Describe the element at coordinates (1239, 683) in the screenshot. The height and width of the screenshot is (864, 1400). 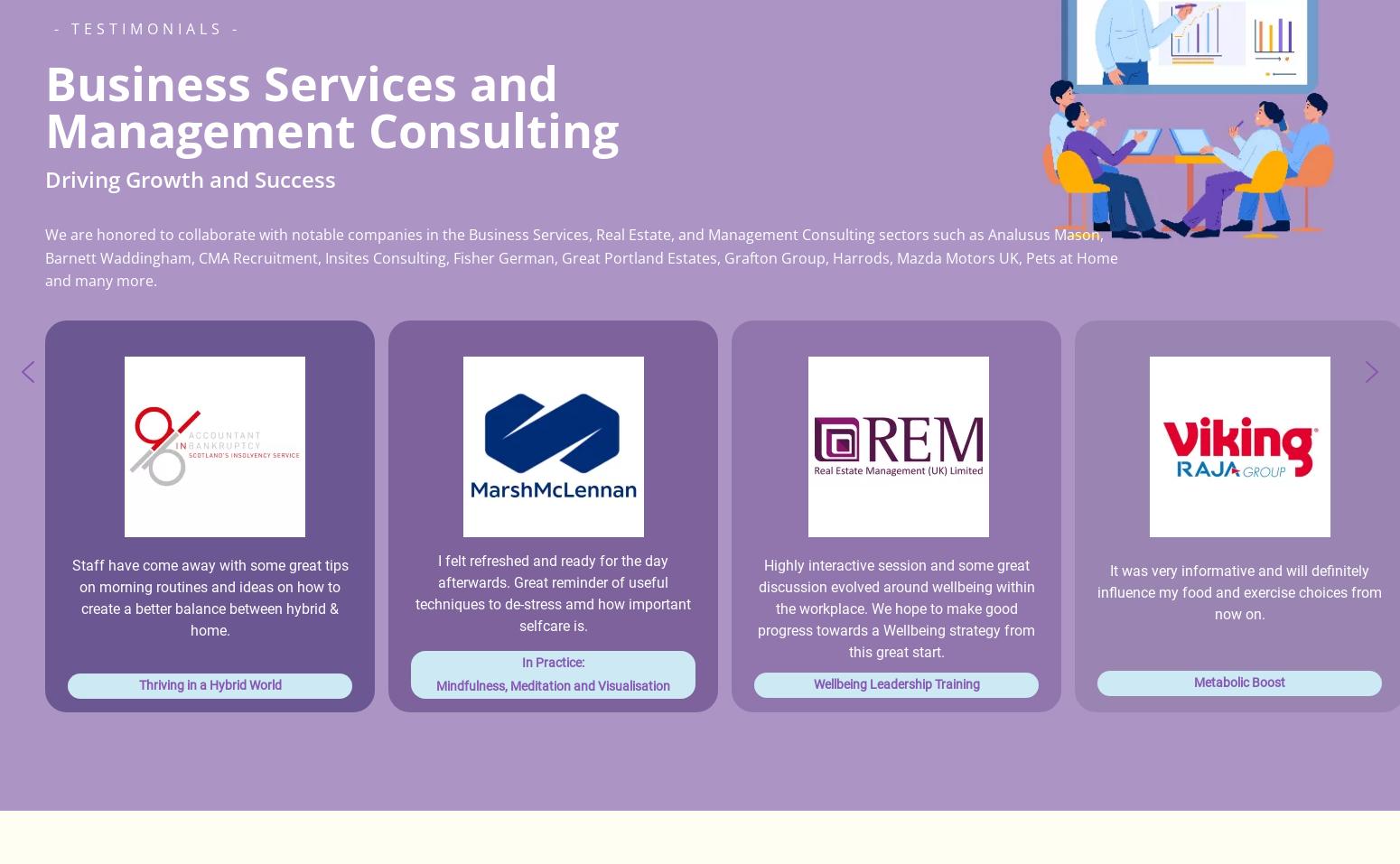
I see `'Metabolic Boost'` at that location.